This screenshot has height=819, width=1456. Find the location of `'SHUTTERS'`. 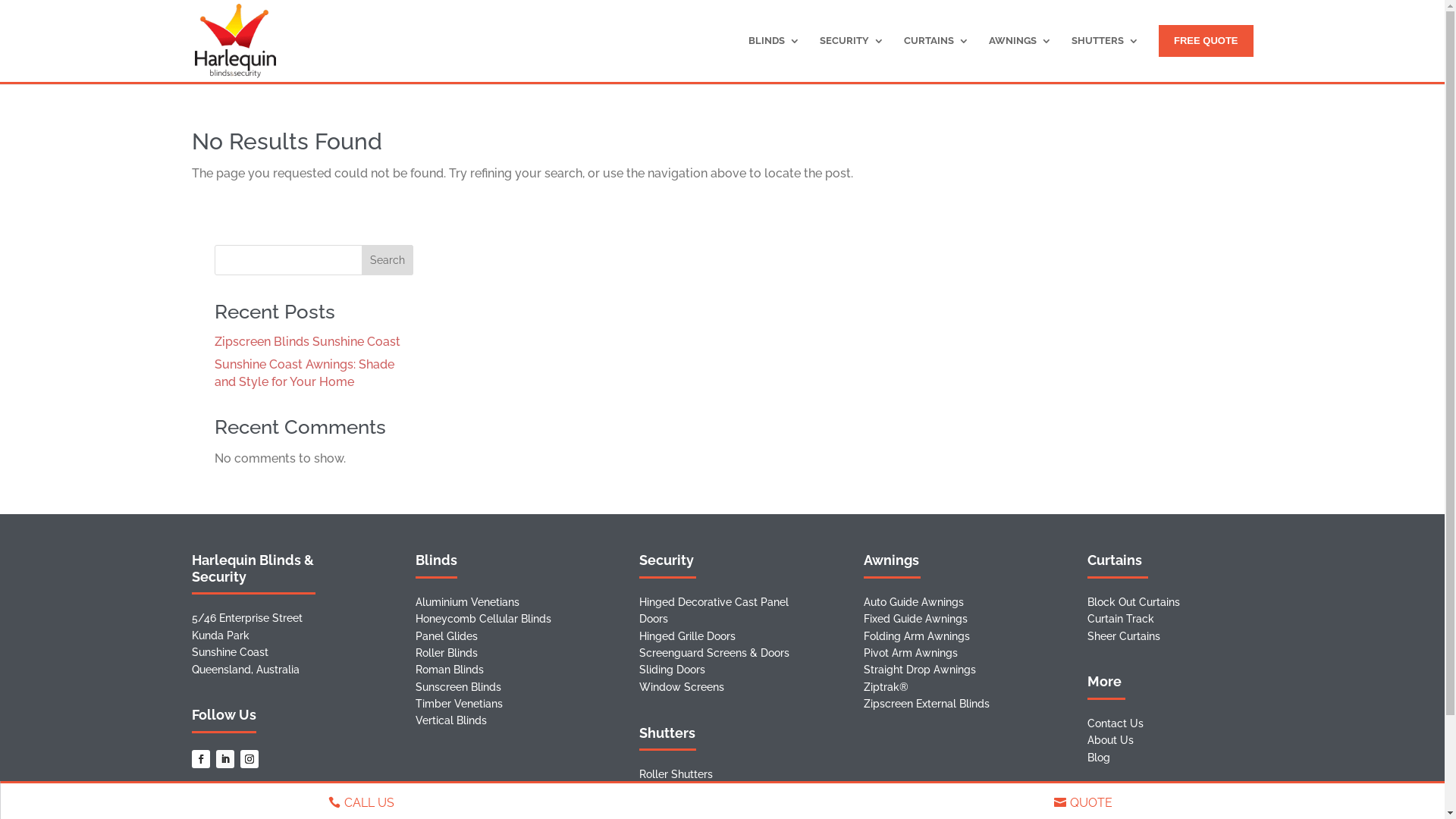

'SHUTTERS' is located at coordinates (1105, 56).